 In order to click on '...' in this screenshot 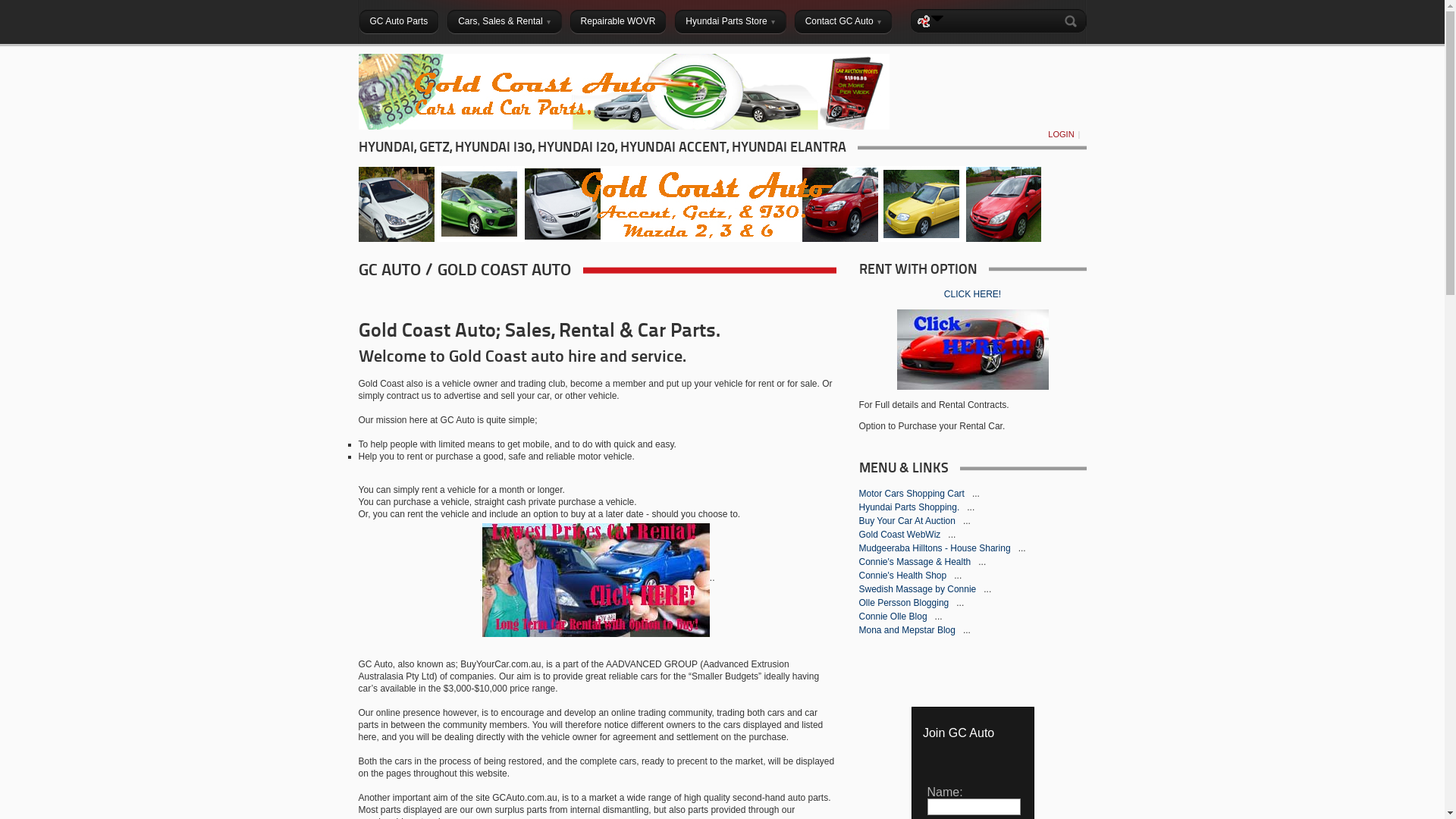, I will do `click(959, 601)`.